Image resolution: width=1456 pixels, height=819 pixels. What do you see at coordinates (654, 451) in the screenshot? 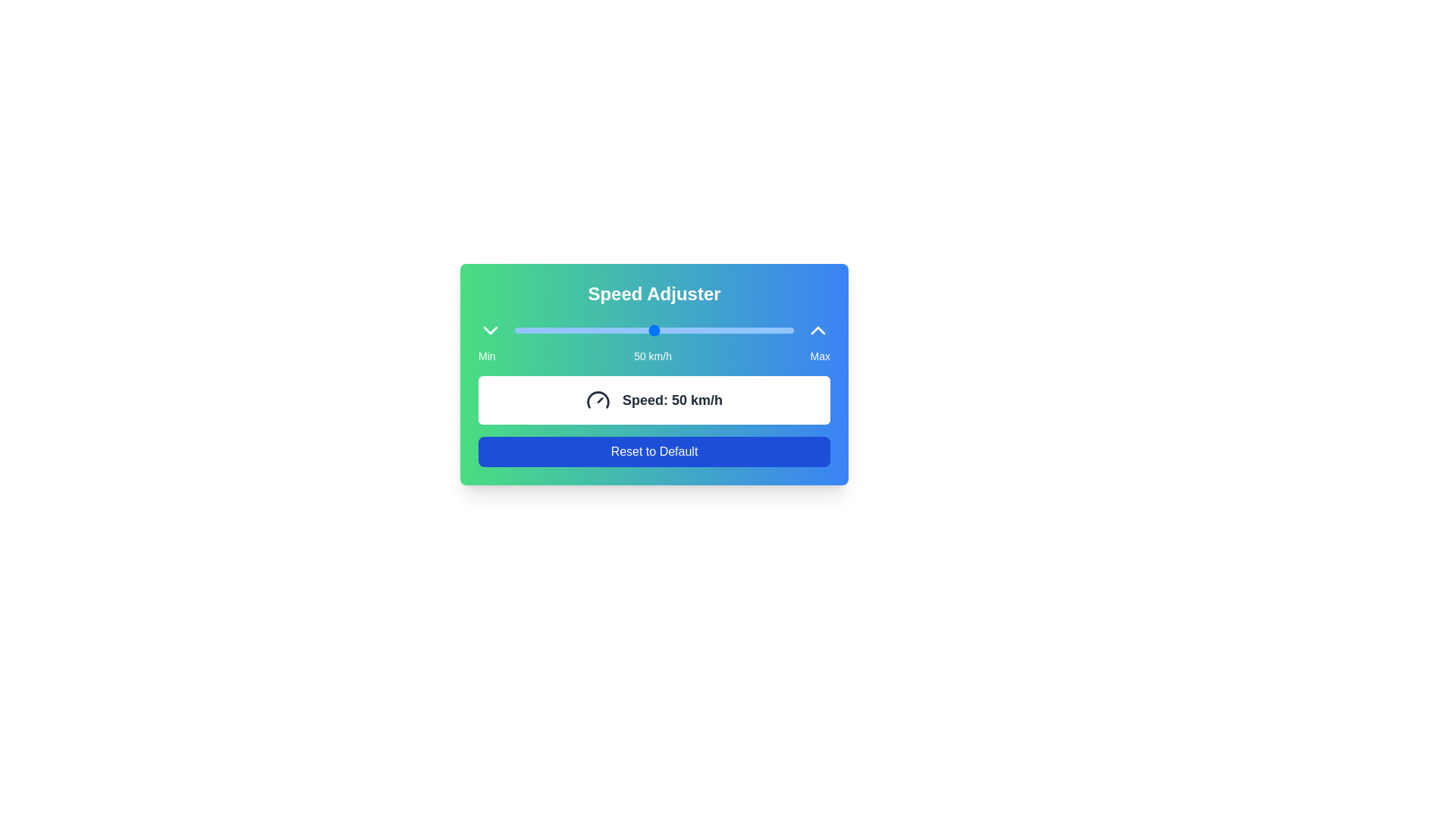
I see `the 'Reset to Default' button with a blue background and white text, which is located below the 'Speed: 50 km/h' display in the 'Speed Adjuster' widget` at bounding box center [654, 451].